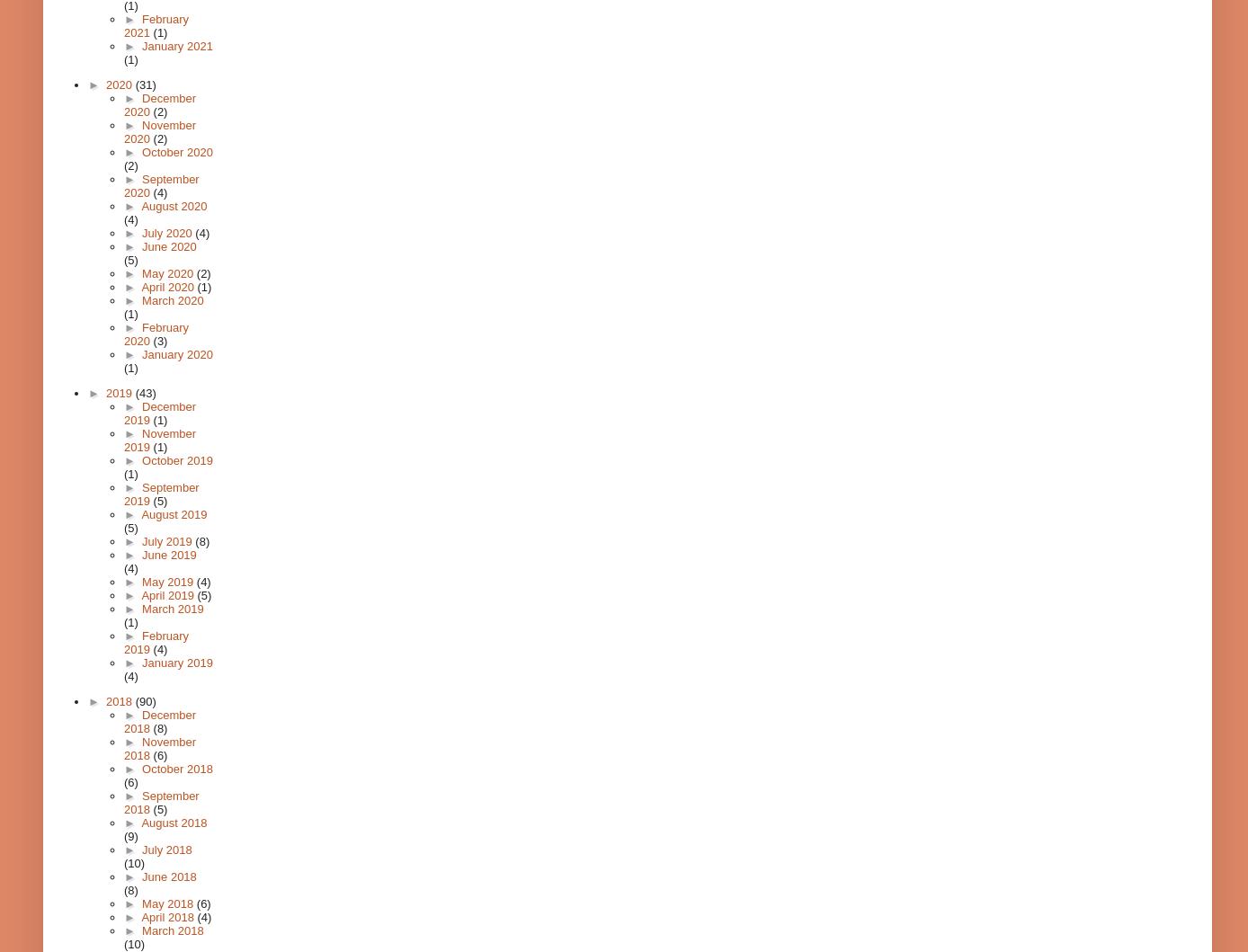 The width and height of the screenshot is (1248, 952). Describe the element at coordinates (158, 104) in the screenshot. I see `'December 2020'` at that location.